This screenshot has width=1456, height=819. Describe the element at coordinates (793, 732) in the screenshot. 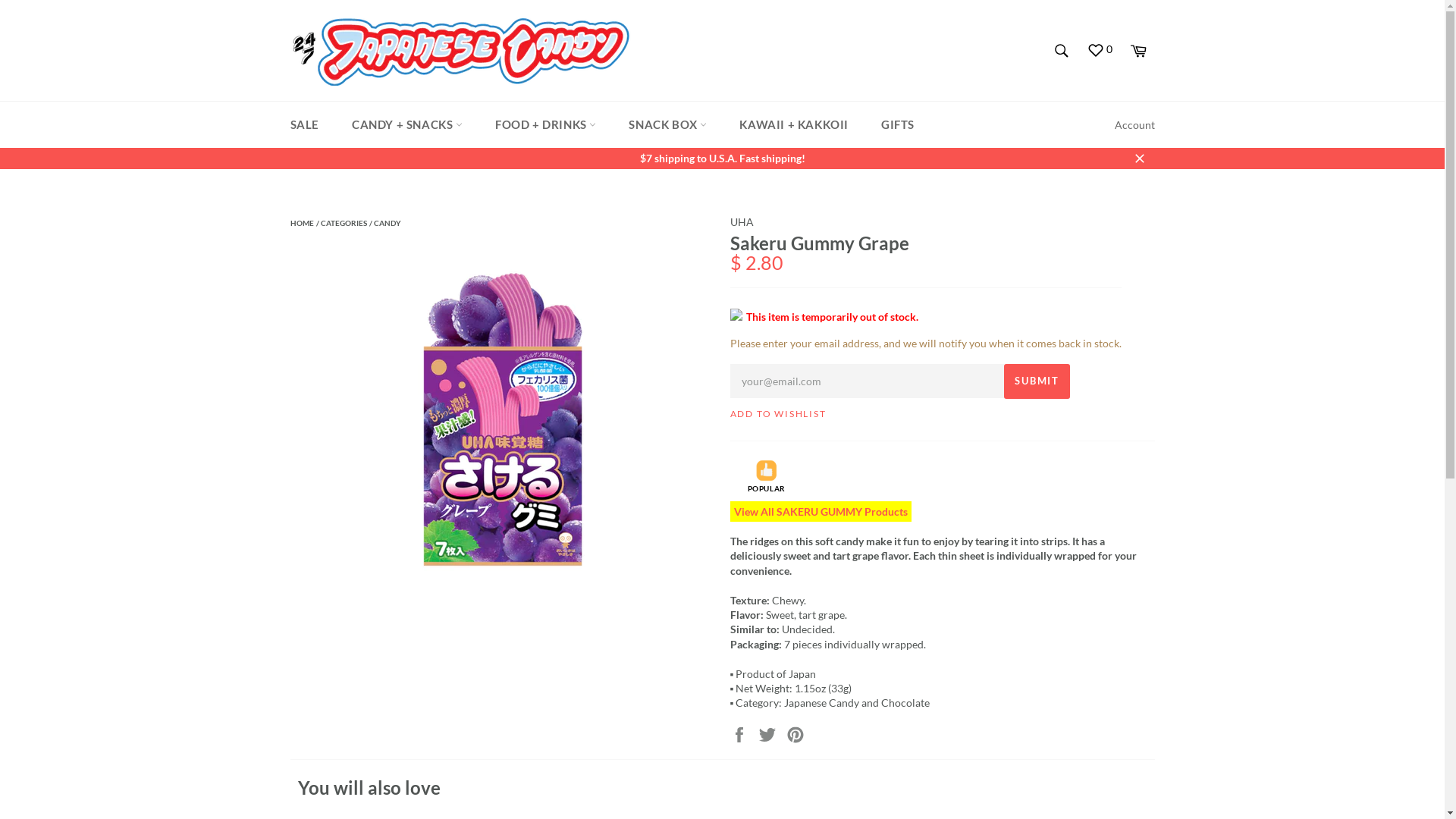

I see `'Pin on Pinterest'` at that location.